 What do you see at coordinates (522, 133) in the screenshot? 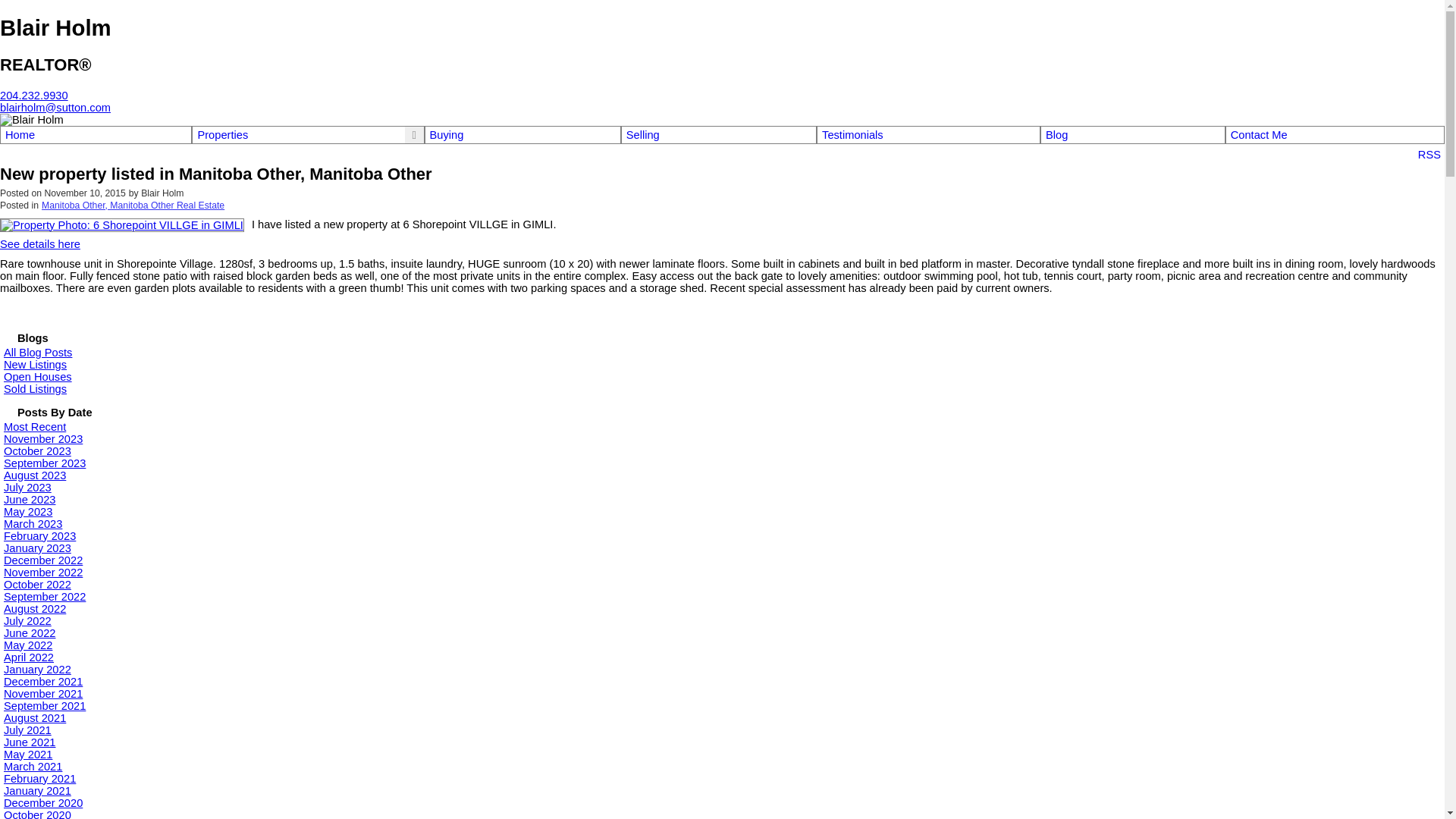
I see `'Buying'` at bounding box center [522, 133].